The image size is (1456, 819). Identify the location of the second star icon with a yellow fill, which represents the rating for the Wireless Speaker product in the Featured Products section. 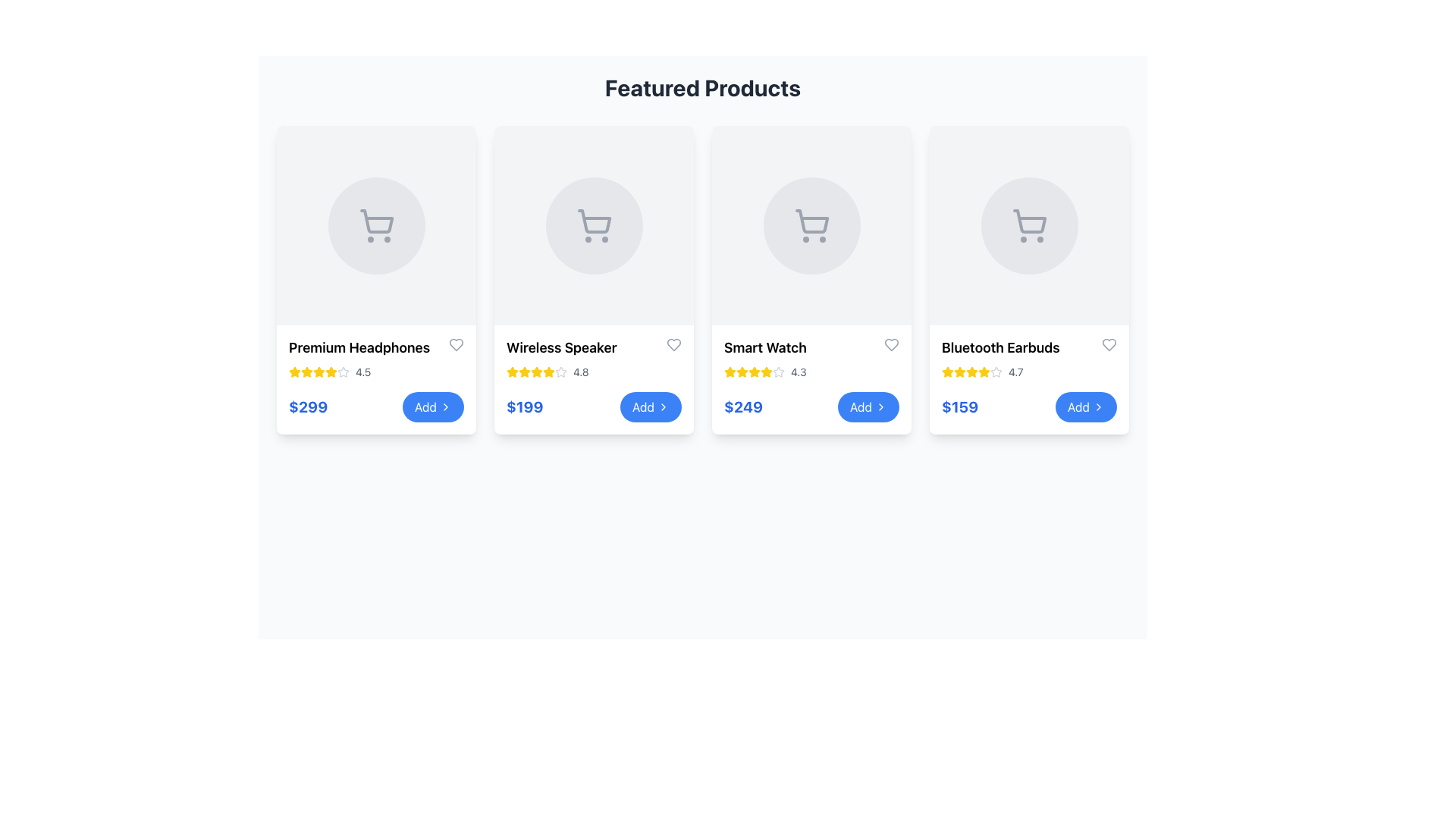
(524, 372).